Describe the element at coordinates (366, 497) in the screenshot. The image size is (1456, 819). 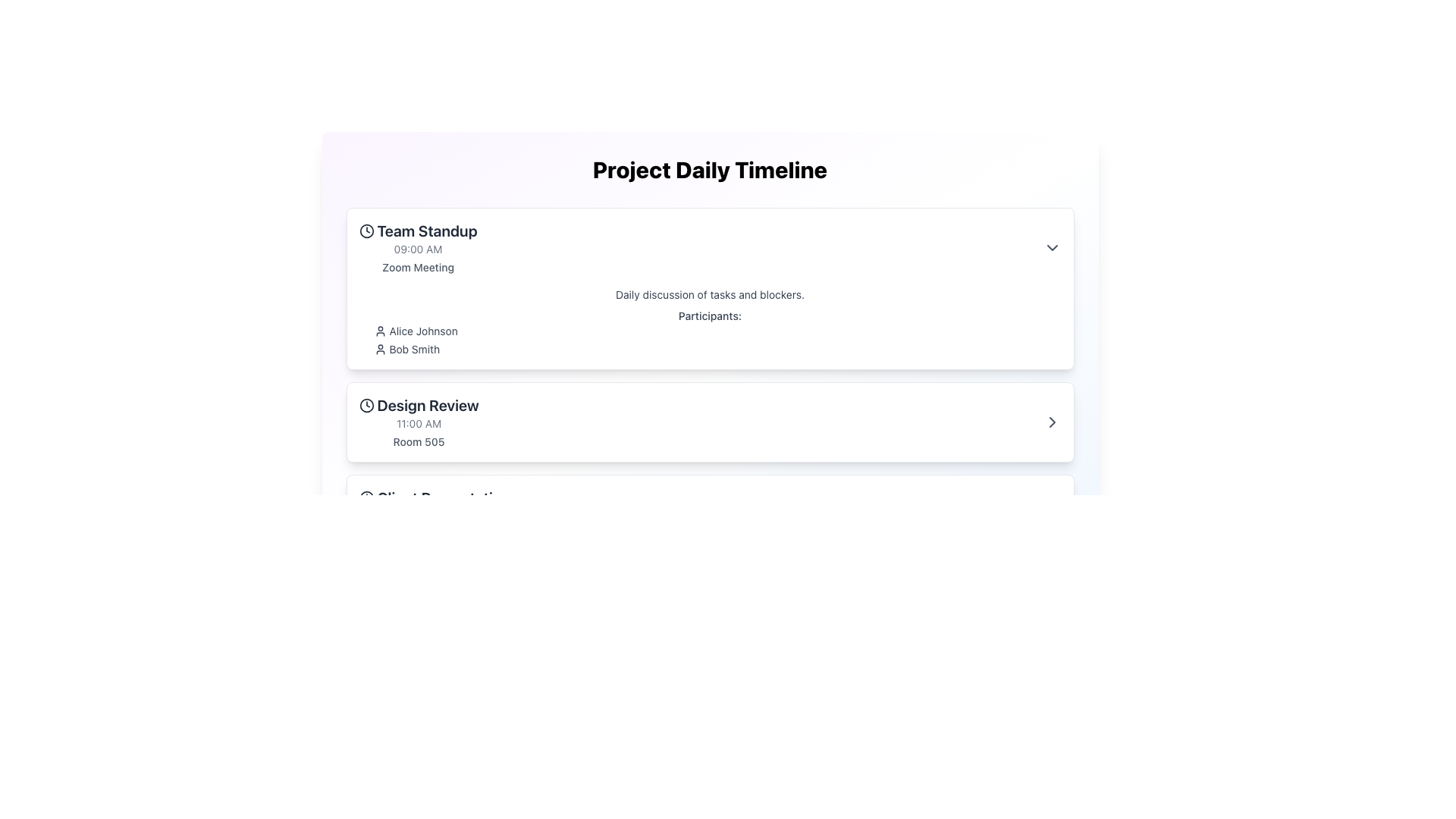
I see `the decorative clock face represented by the circular outline within the SVG format, which is located near the top left corner of the 'Team Standup' card` at that location.